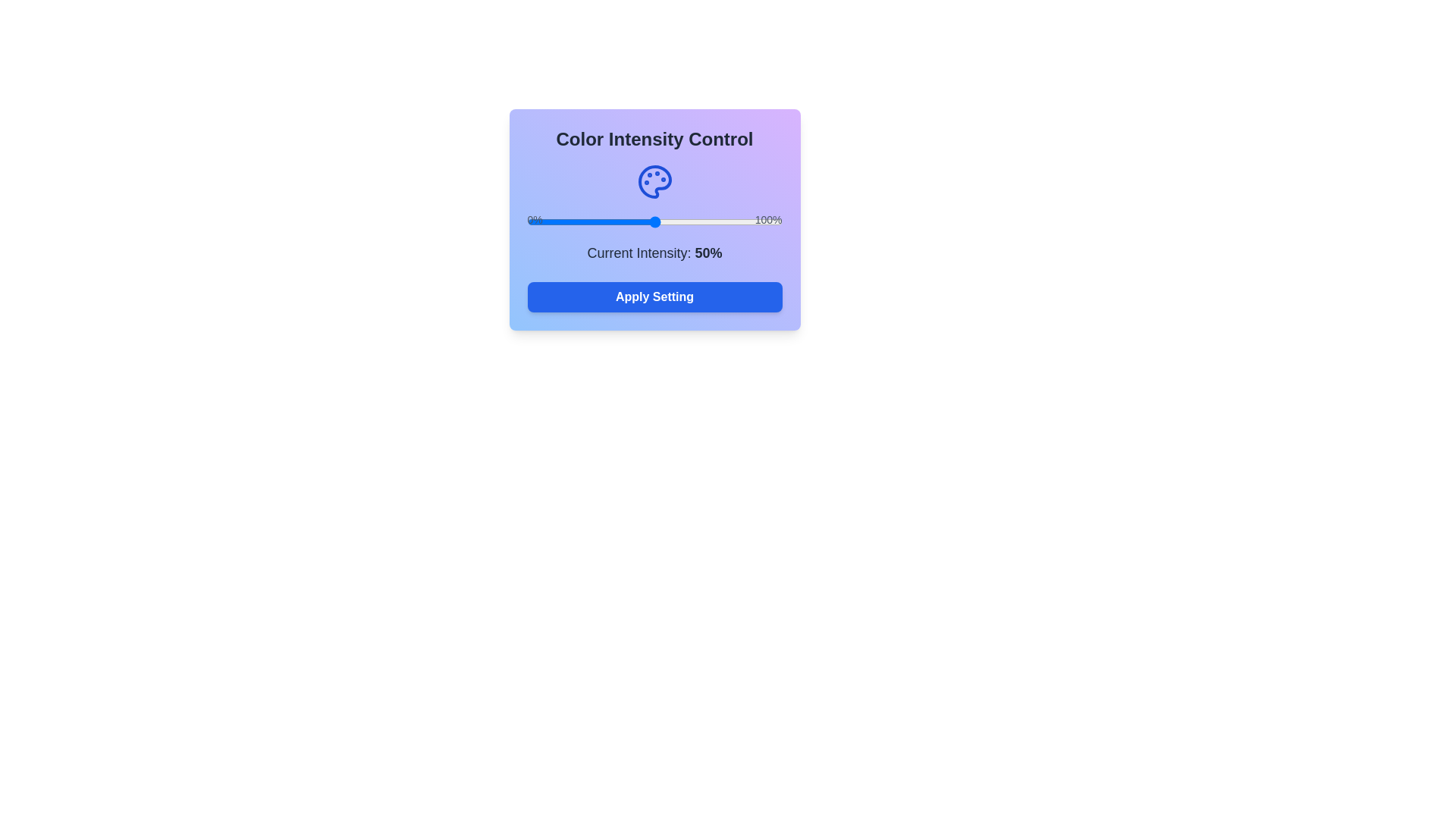 This screenshot has height=819, width=1456. Describe the element at coordinates (552, 222) in the screenshot. I see `the slider to set the color intensity to 10%` at that location.